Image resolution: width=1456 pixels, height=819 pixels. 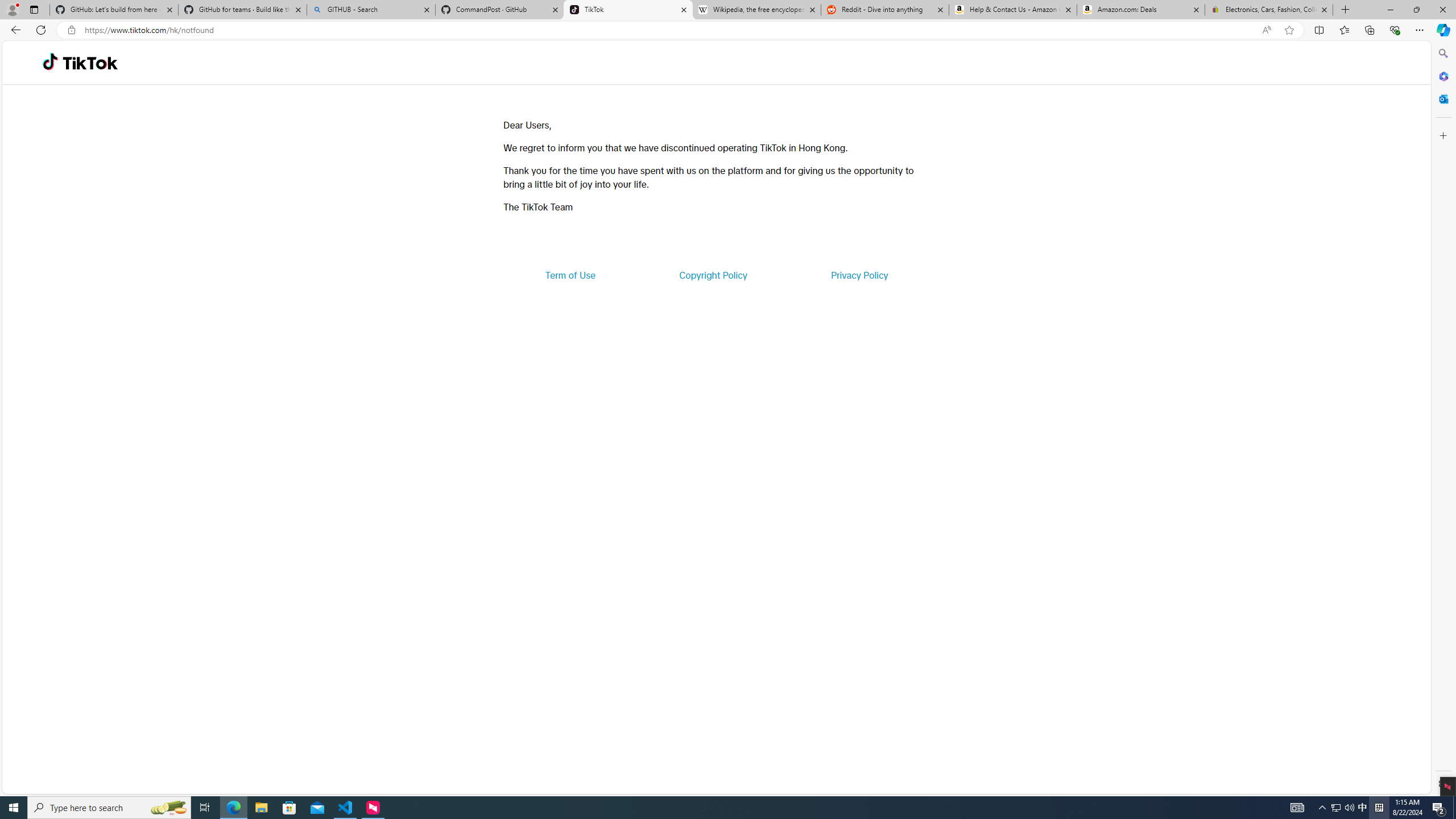 What do you see at coordinates (858, 274) in the screenshot?
I see `'Privacy Policy'` at bounding box center [858, 274].